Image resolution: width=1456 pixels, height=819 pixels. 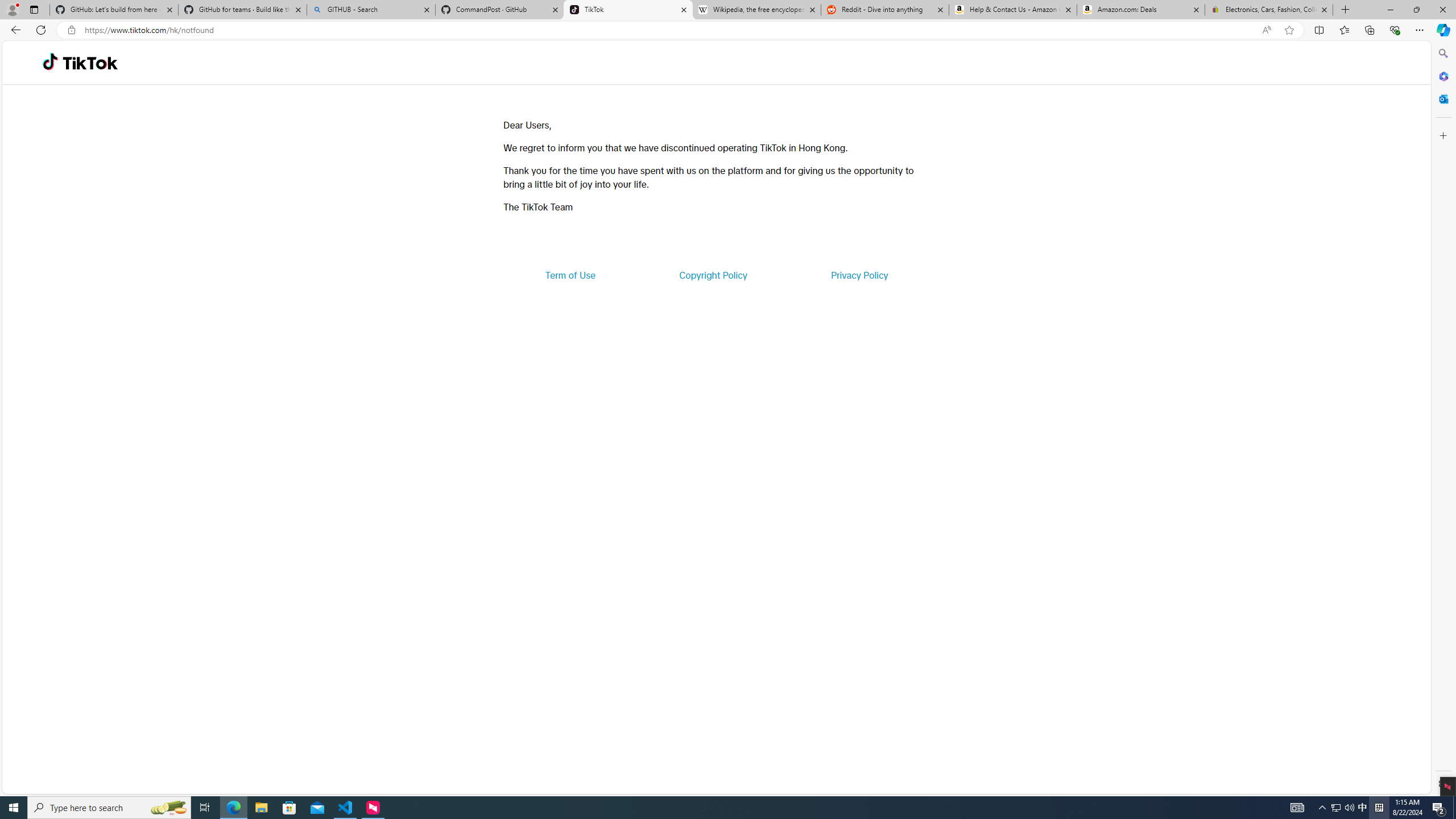 What do you see at coordinates (858, 274) in the screenshot?
I see `'Privacy Policy'` at bounding box center [858, 274].